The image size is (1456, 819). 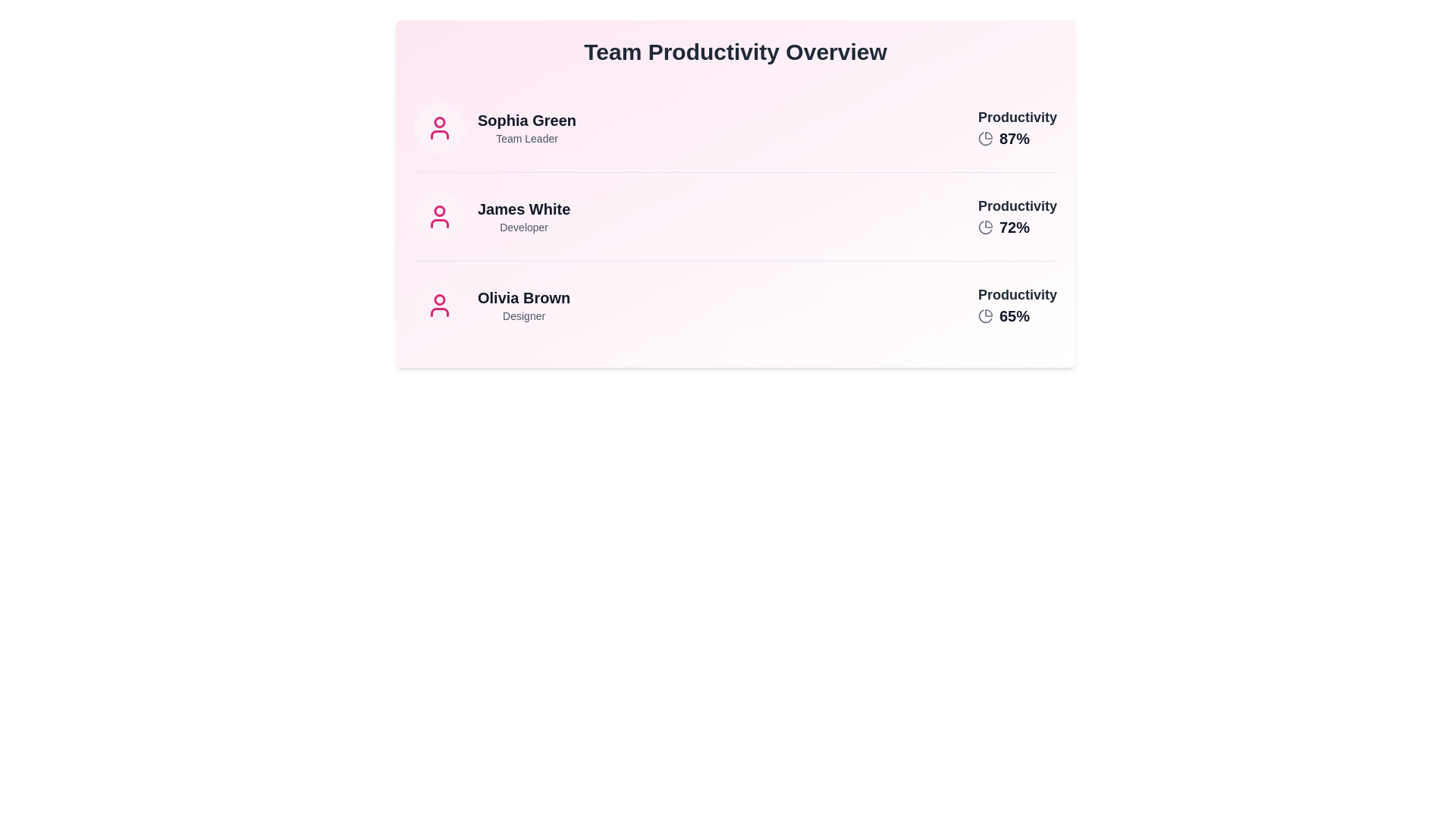 I want to click on the static text element displaying the job title 'Team Leader', which is located below the name 'Sophia Green', so click(x=527, y=138).